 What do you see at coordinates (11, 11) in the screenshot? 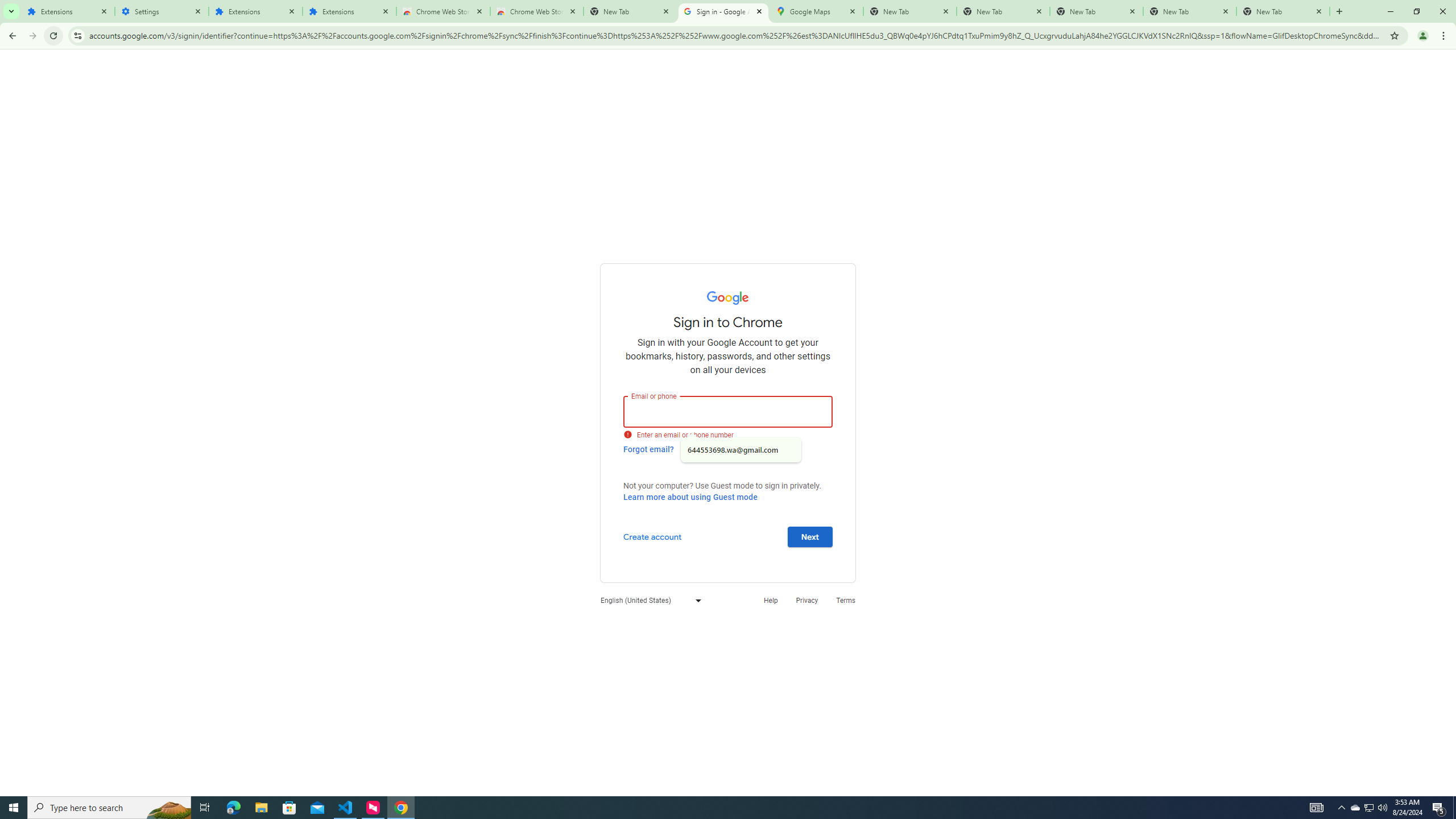
I see `'Search tabs'` at bounding box center [11, 11].